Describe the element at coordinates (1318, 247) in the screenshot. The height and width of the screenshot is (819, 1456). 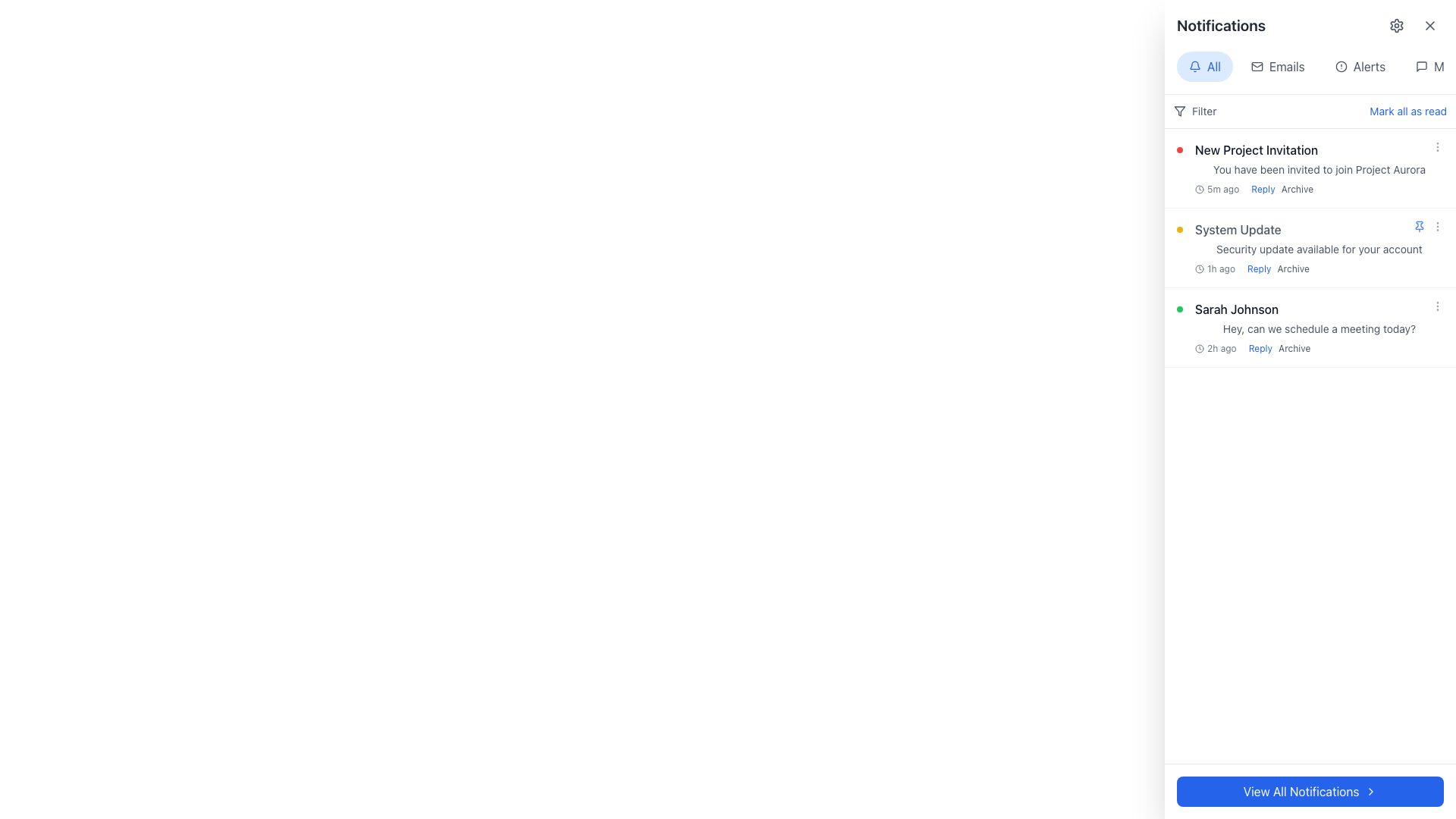
I see `the second notification item titled 'System Update'` at that location.